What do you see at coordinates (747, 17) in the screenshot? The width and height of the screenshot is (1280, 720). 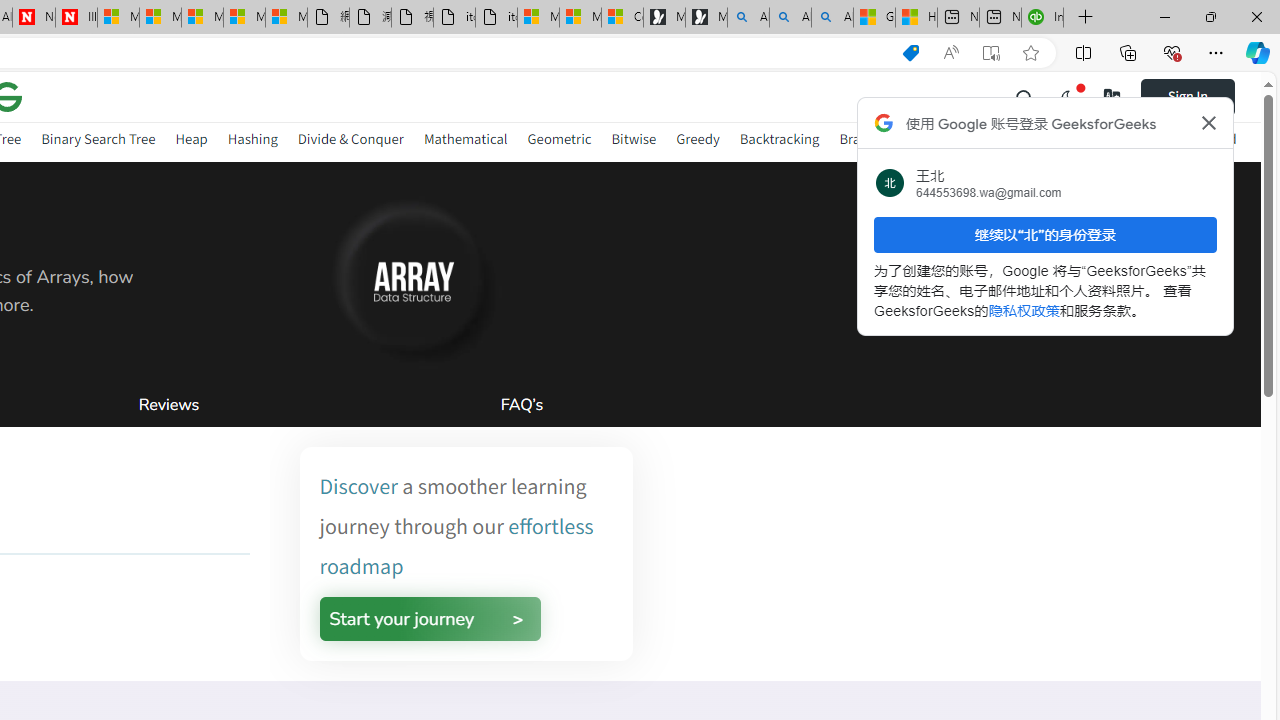 I see `'Alabama high school quarterback dies - Search'` at bounding box center [747, 17].